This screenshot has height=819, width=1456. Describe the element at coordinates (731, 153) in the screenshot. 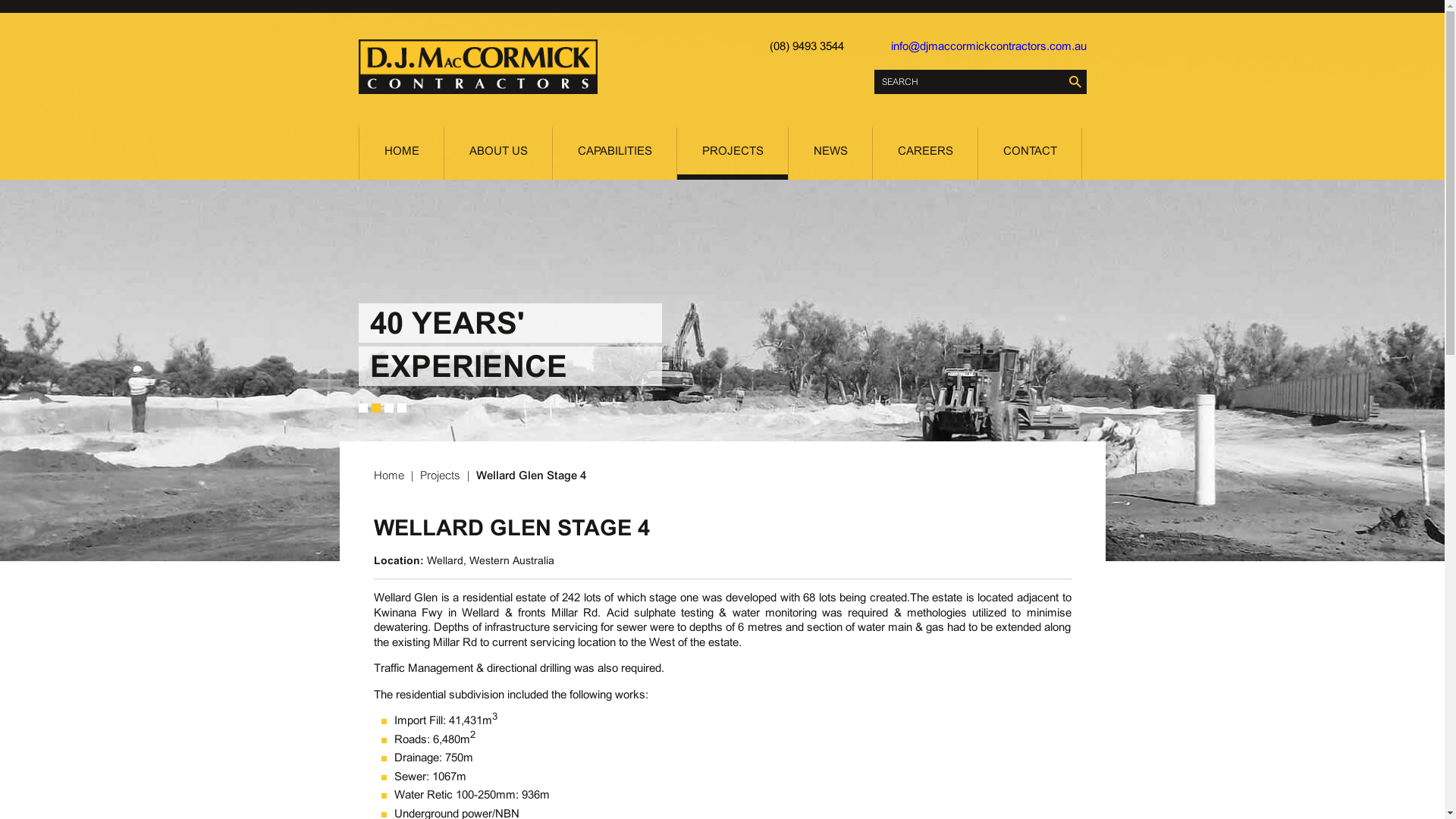

I see `'PROJECTS'` at that location.